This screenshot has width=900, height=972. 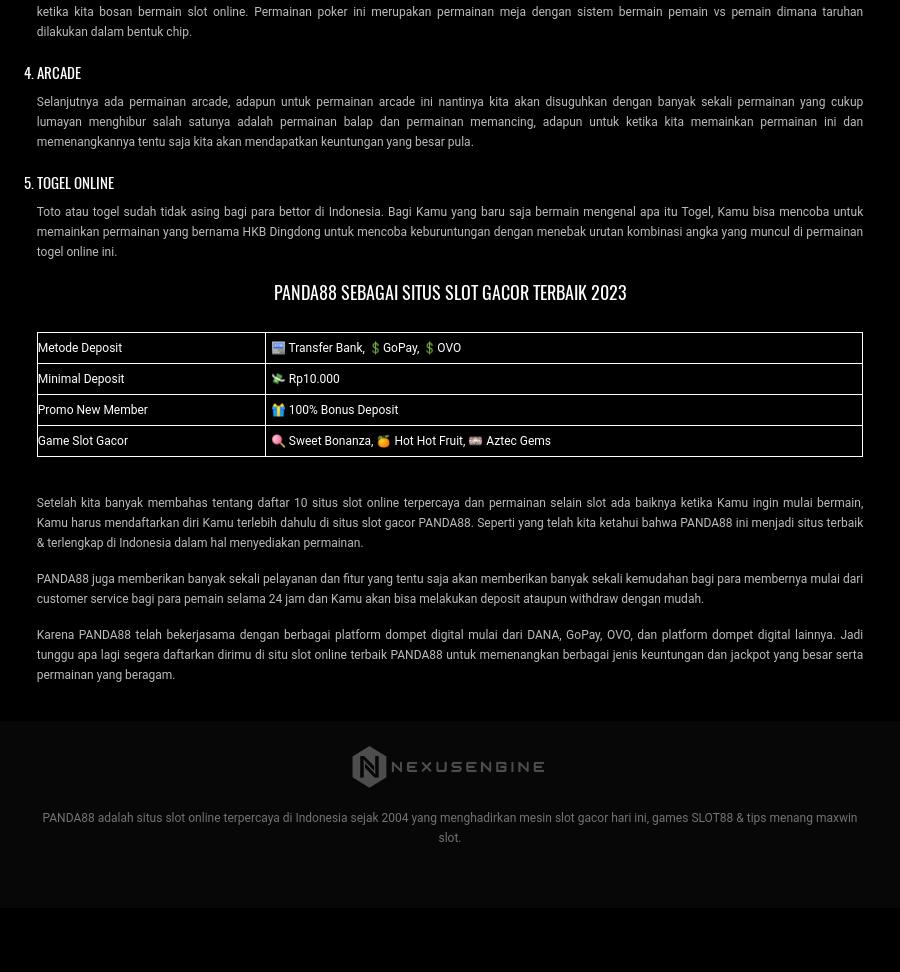 What do you see at coordinates (81, 439) in the screenshot?
I see `'Game Slot Gacor'` at bounding box center [81, 439].